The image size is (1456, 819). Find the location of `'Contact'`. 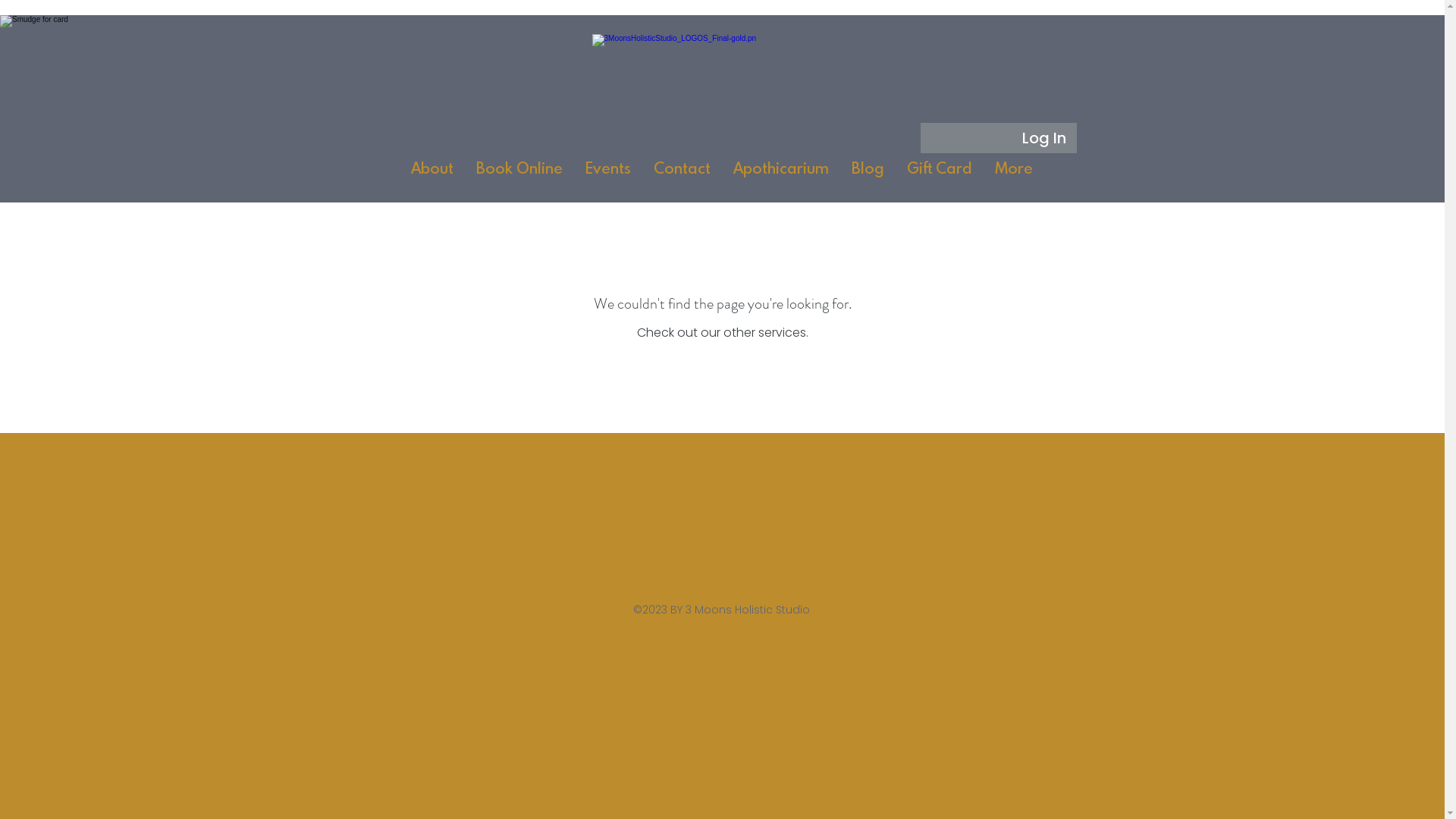

'Contact' is located at coordinates (642, 174).